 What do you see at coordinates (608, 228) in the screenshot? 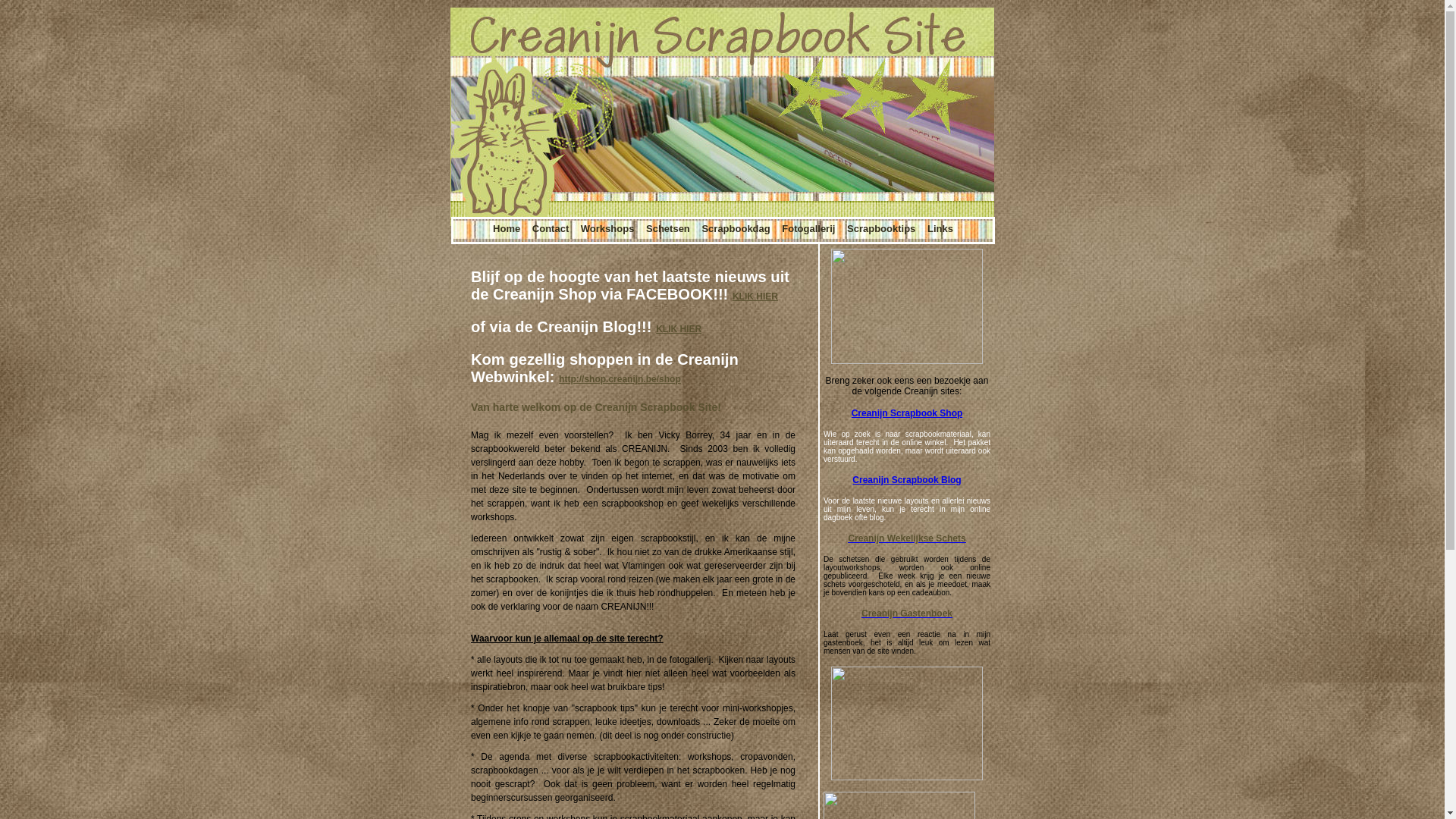
I see `'Workshops'` at bounding box center [608, 228].